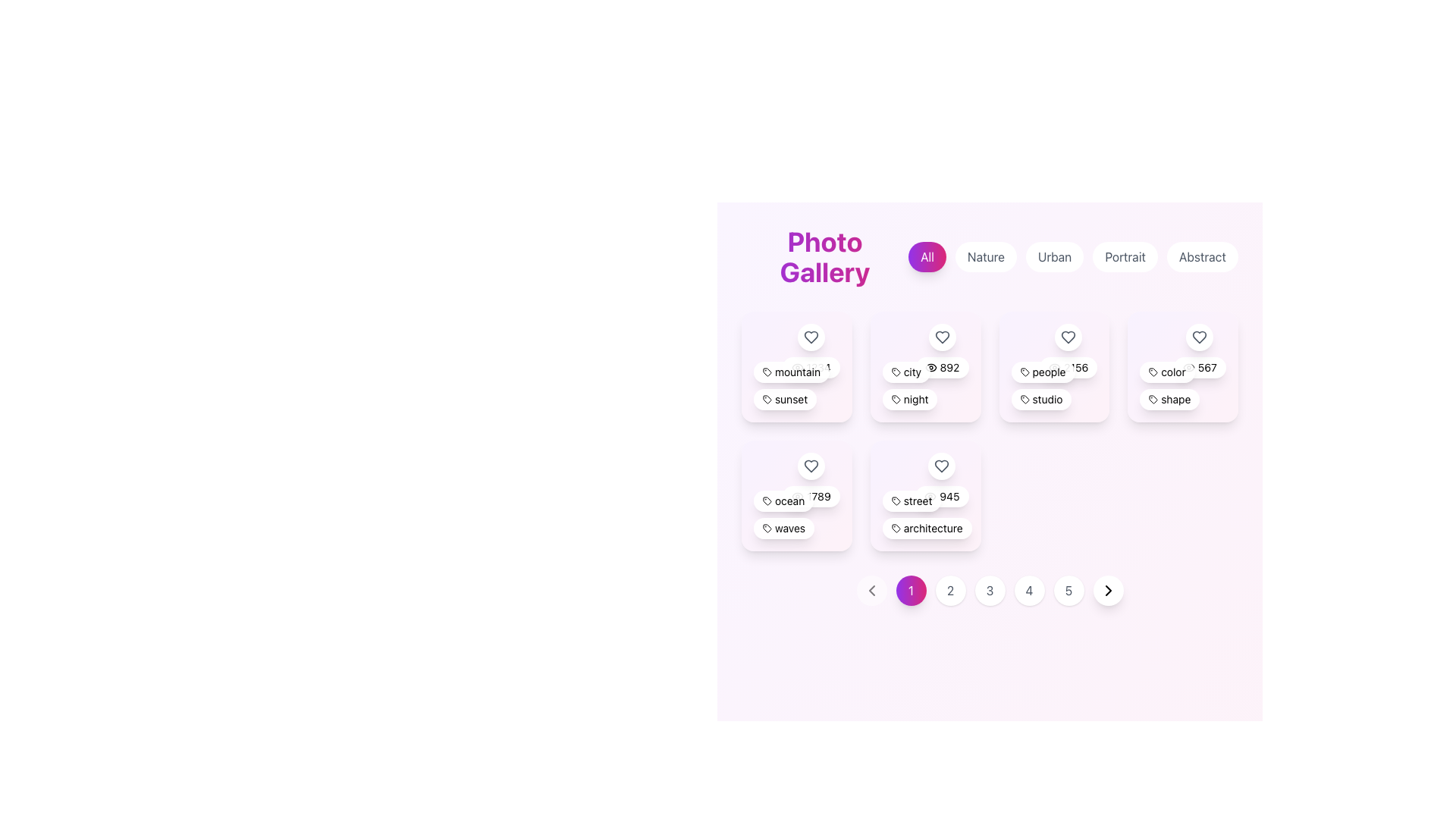 This screenshot has height=819, width=1456. Describe the element at coordinates (1068, 336) in the screenshot. I see `the circular button with a heart icon in the top-right corner of the 'people' card to activate the scaling effect` at that location.